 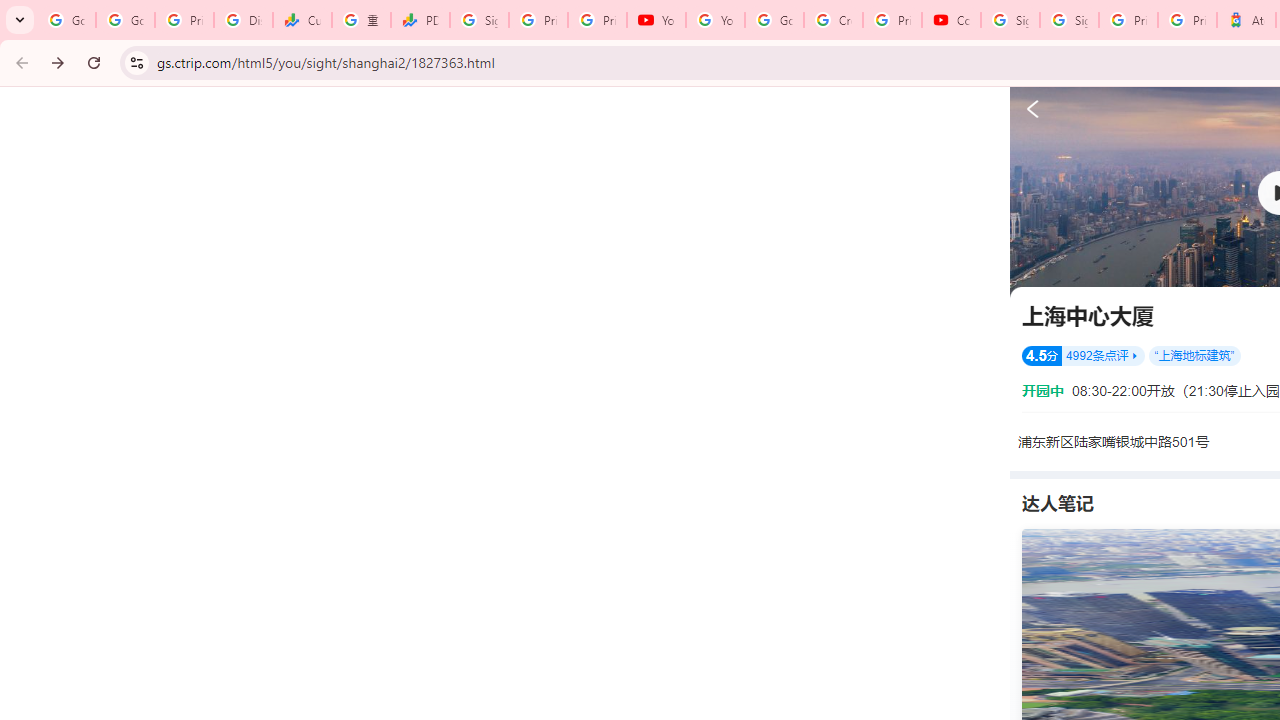 I want to click on 'Google Workspace Admin Community', so click(x=66, y=20).